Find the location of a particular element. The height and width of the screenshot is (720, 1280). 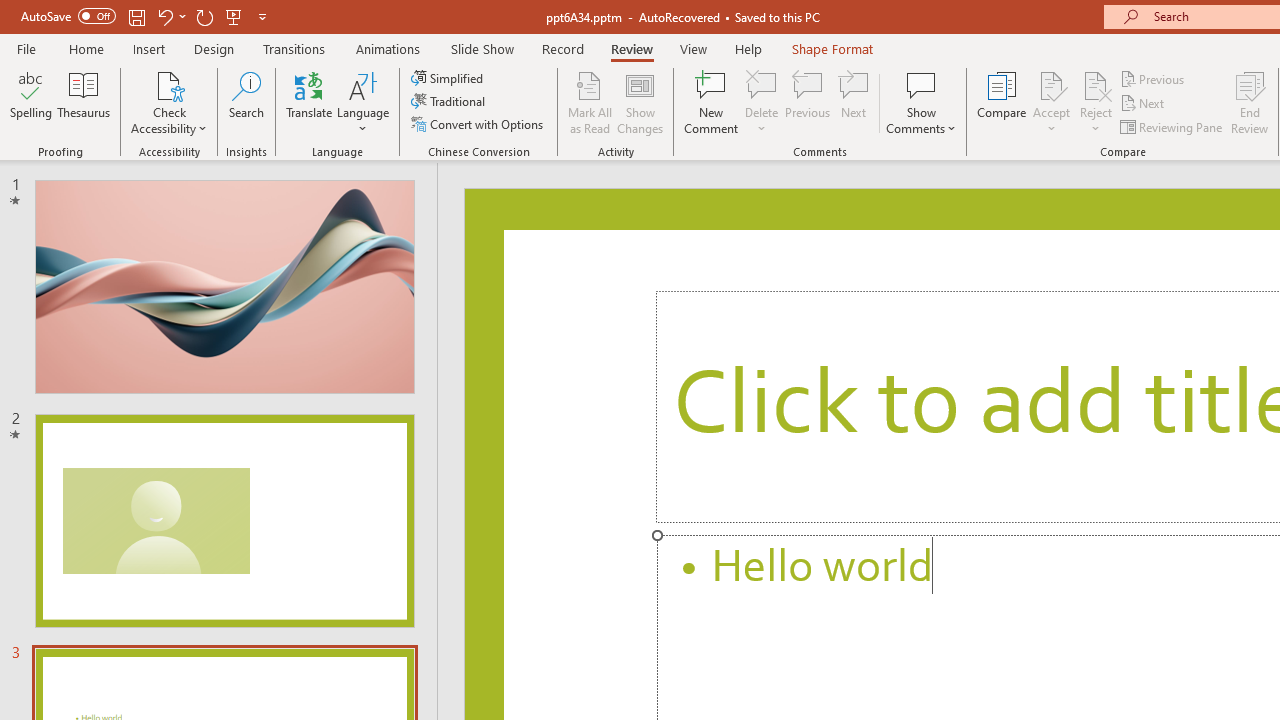

'Review' is located at coordinates (630, 48).